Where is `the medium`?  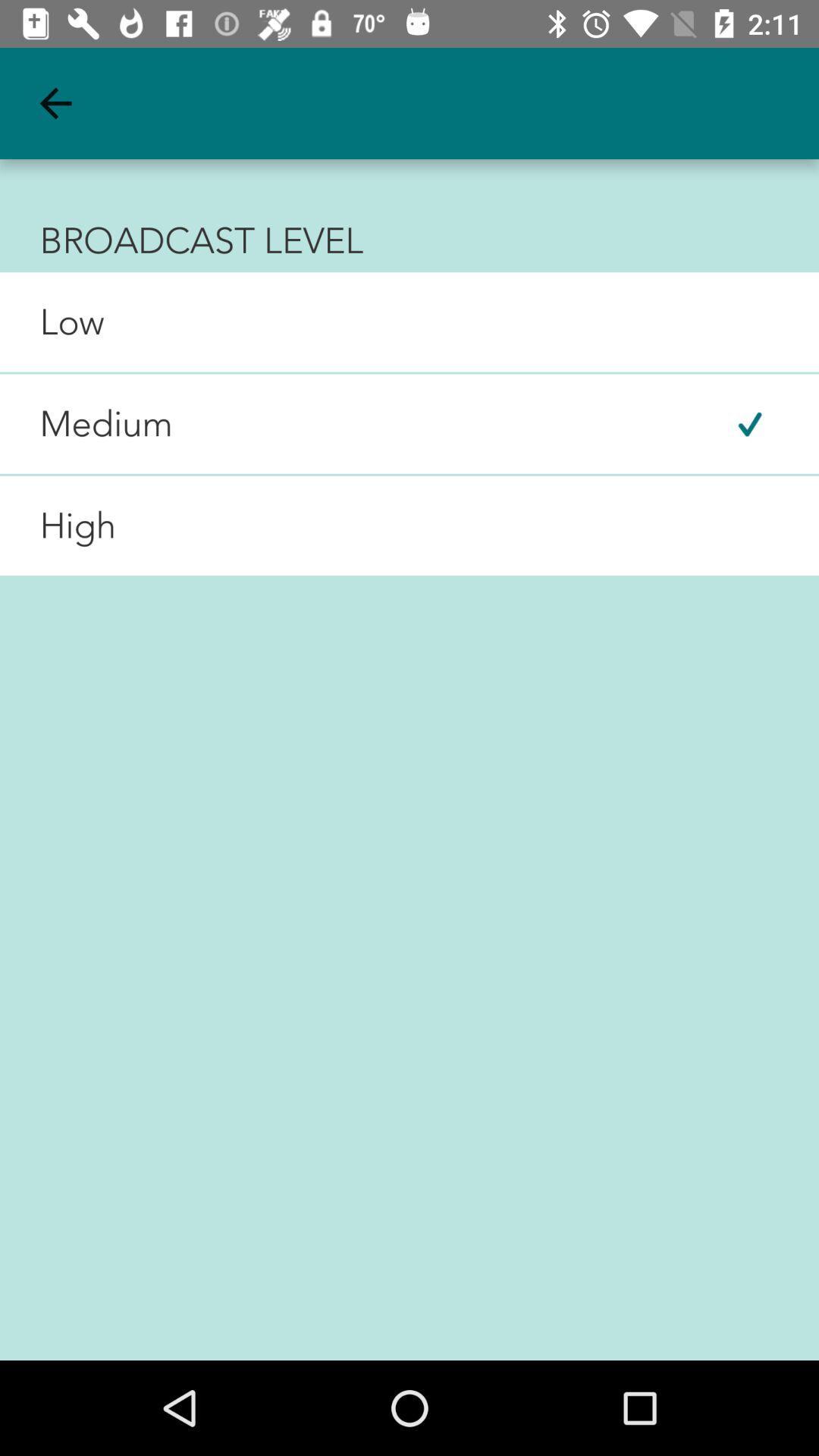 the medium is located at coordinates (86, 424).